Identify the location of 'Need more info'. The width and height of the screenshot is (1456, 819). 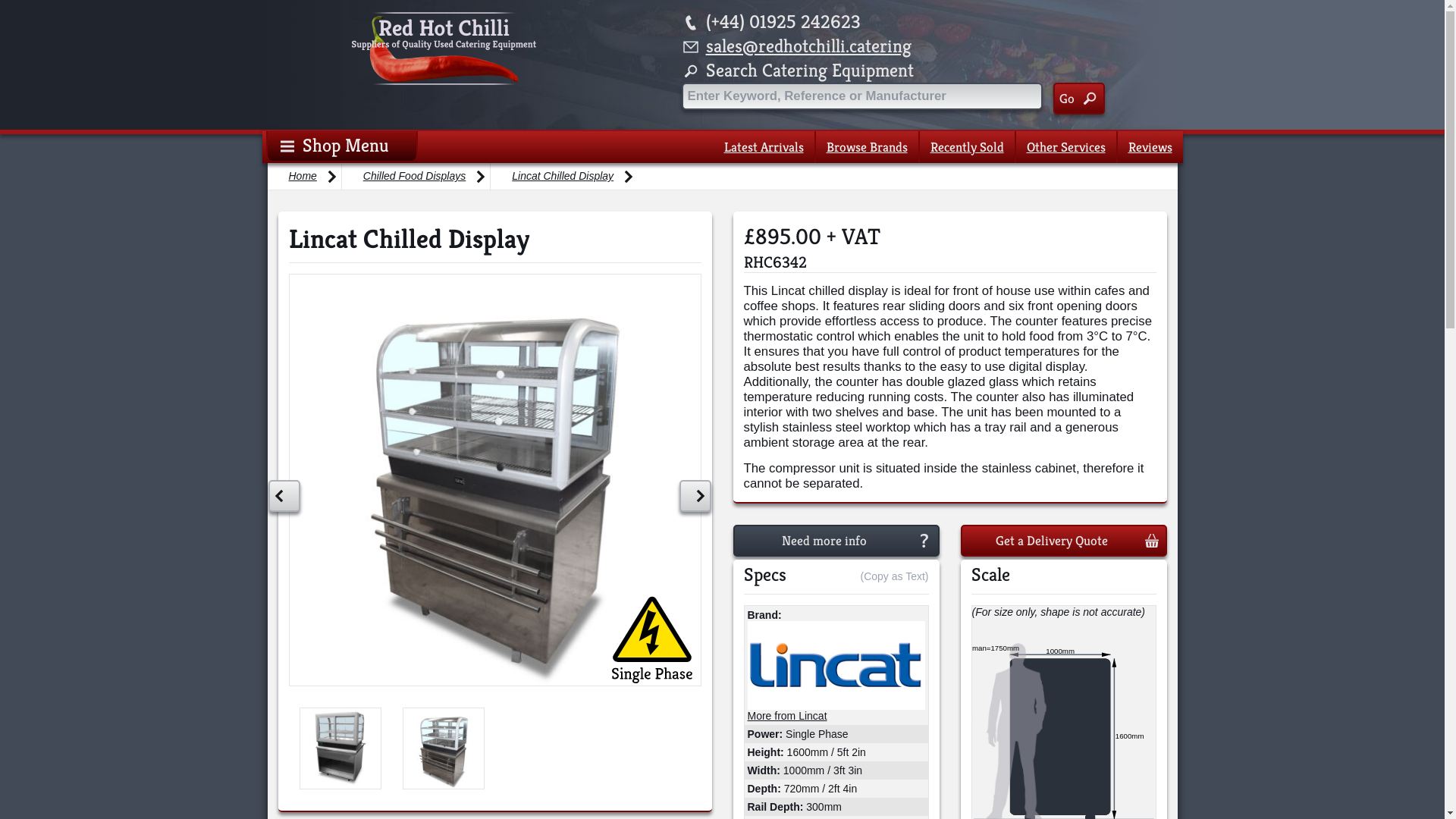
(835, 540).